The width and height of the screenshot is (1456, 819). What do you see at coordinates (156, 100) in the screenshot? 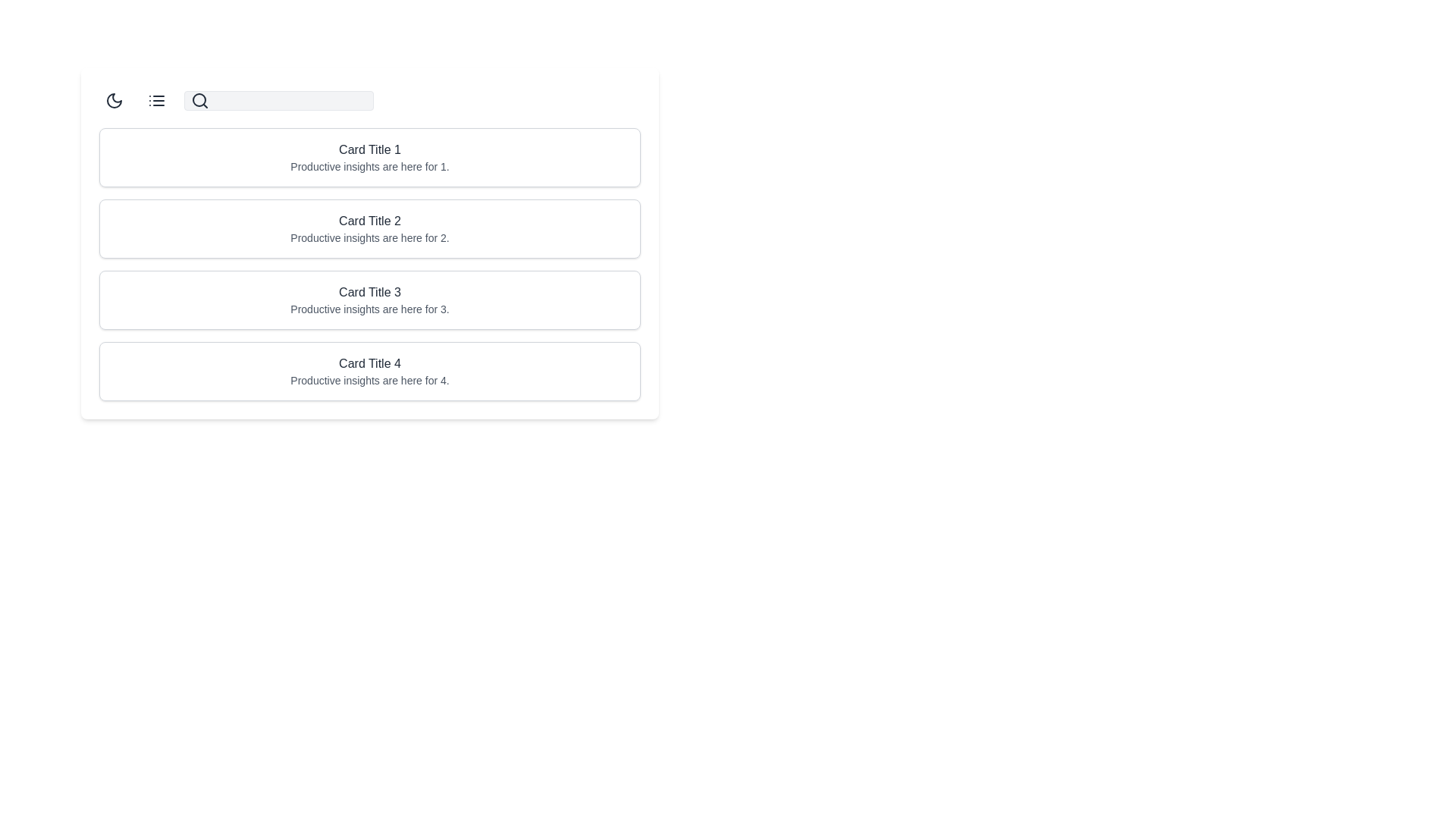
I see `the list icon button, which is represented by three horizontal bars with circular dots, located in the upper left section of the interface` at bounding box center [156, 100].